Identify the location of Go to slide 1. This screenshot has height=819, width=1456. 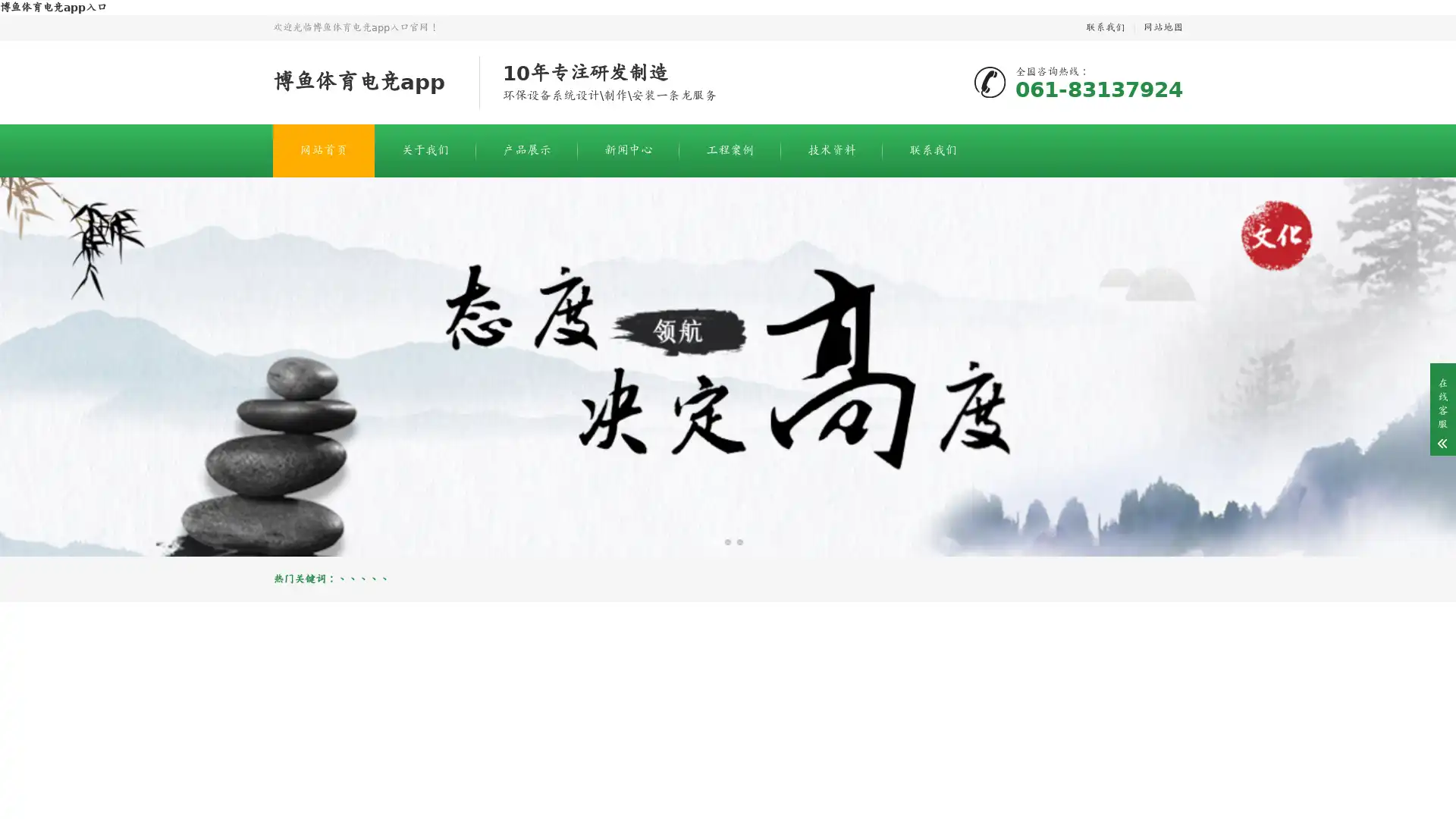
(715, 541).